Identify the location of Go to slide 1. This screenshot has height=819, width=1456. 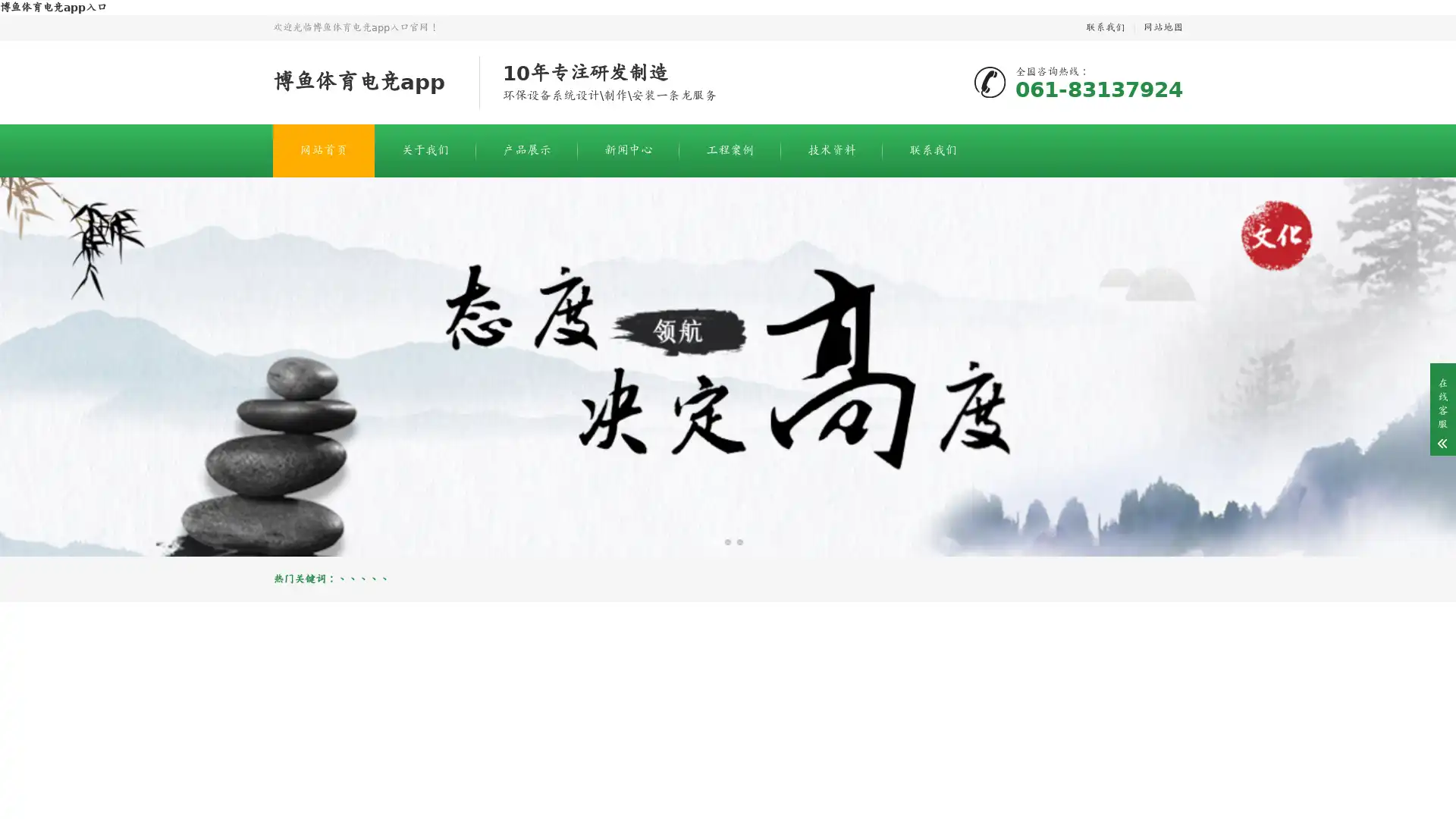
(715, 541).